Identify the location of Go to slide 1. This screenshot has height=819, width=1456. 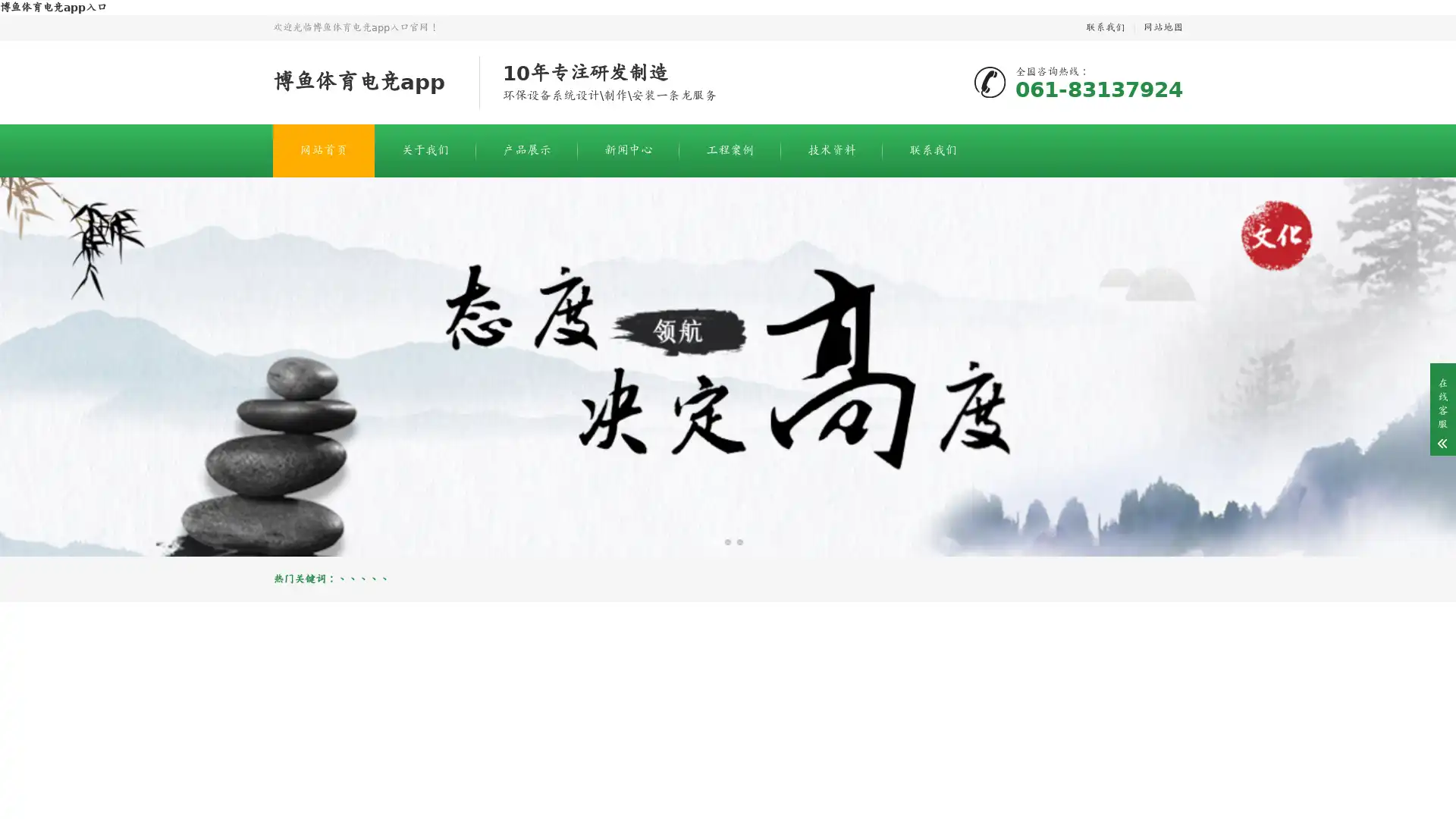
(715, 541).